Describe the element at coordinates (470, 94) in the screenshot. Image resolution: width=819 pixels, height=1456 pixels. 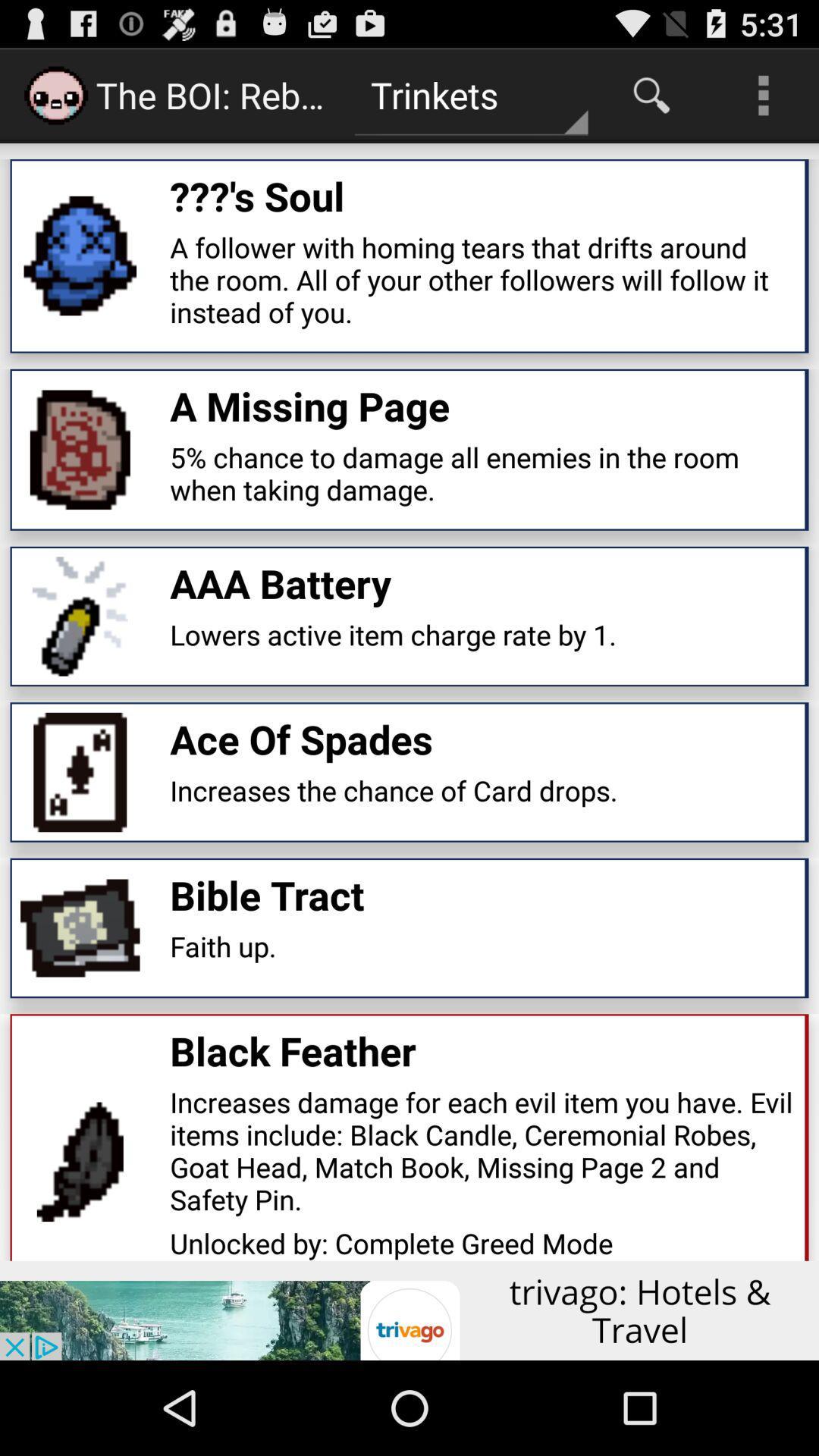
I see `trinkets` at that location.